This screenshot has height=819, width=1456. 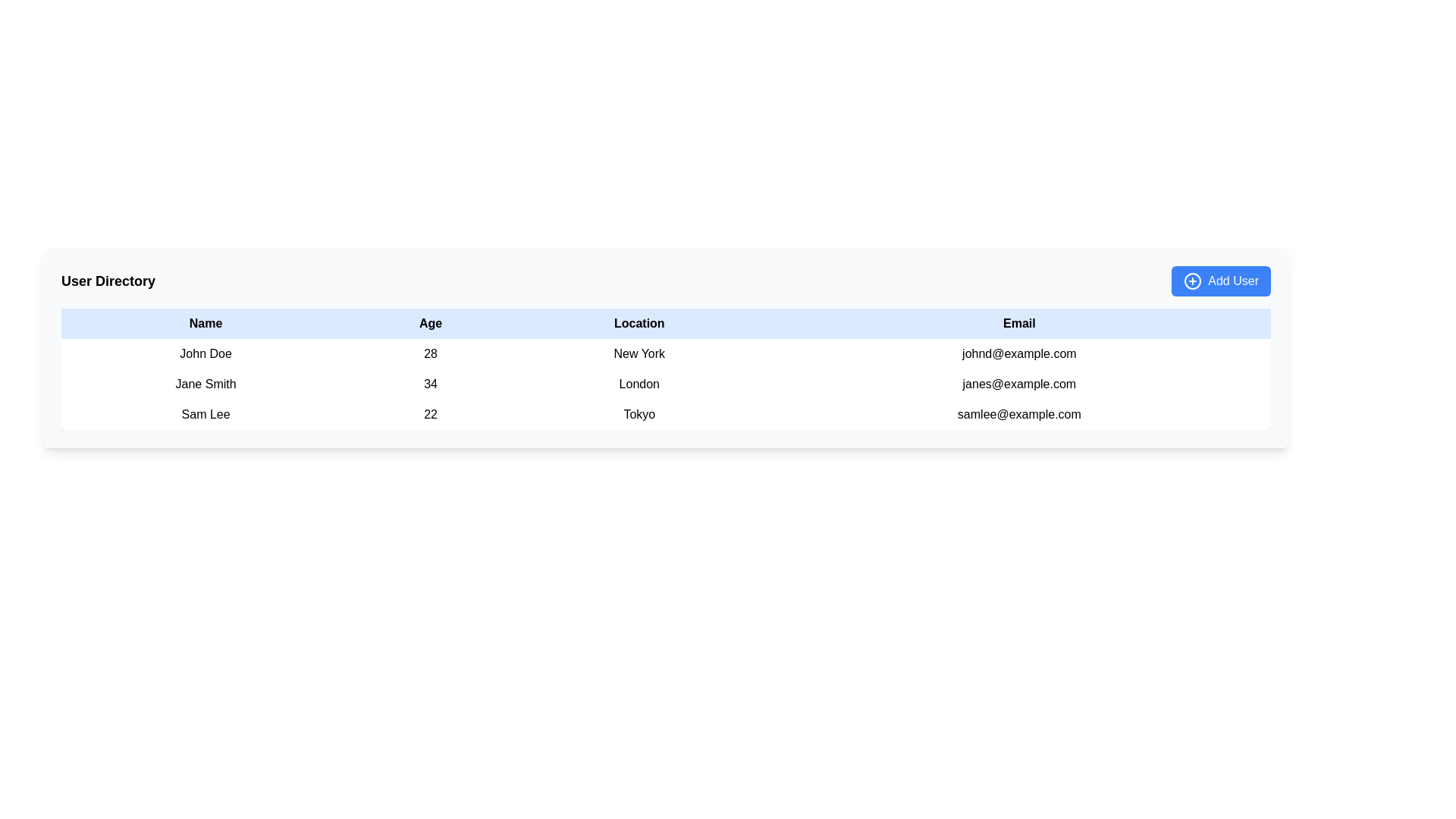 What do you see at coordinates (666, 383) in the screenshot?
I see `the second row of the user directory table displaying information about Jane Smith` at bounding box center [666, 383].